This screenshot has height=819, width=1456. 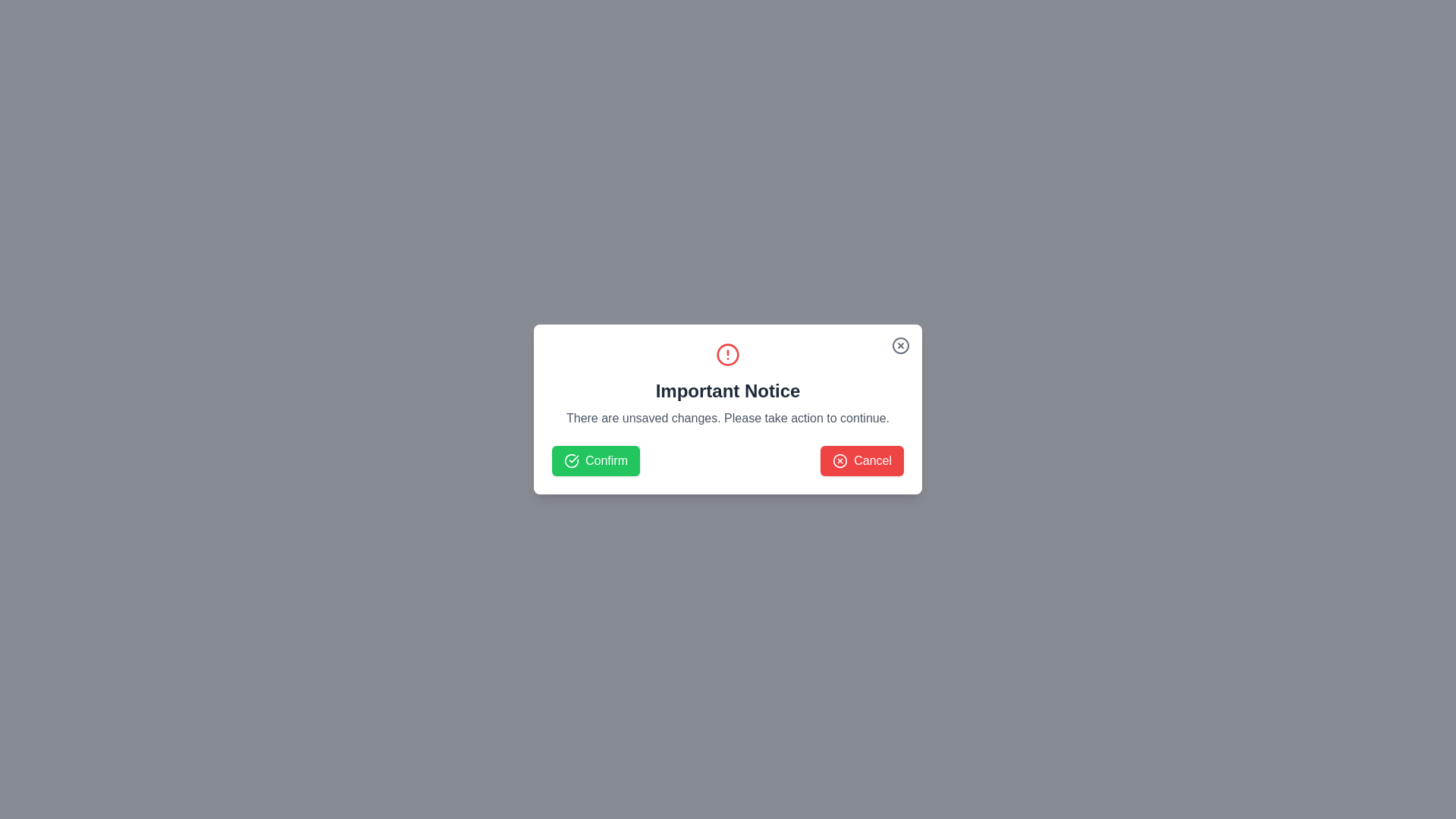 What do you see at coordinates (862, 460) in the screenshot?
I see `the cancellation button located in the bottom-right section of the dialog box` at bounding box center [862, 460].